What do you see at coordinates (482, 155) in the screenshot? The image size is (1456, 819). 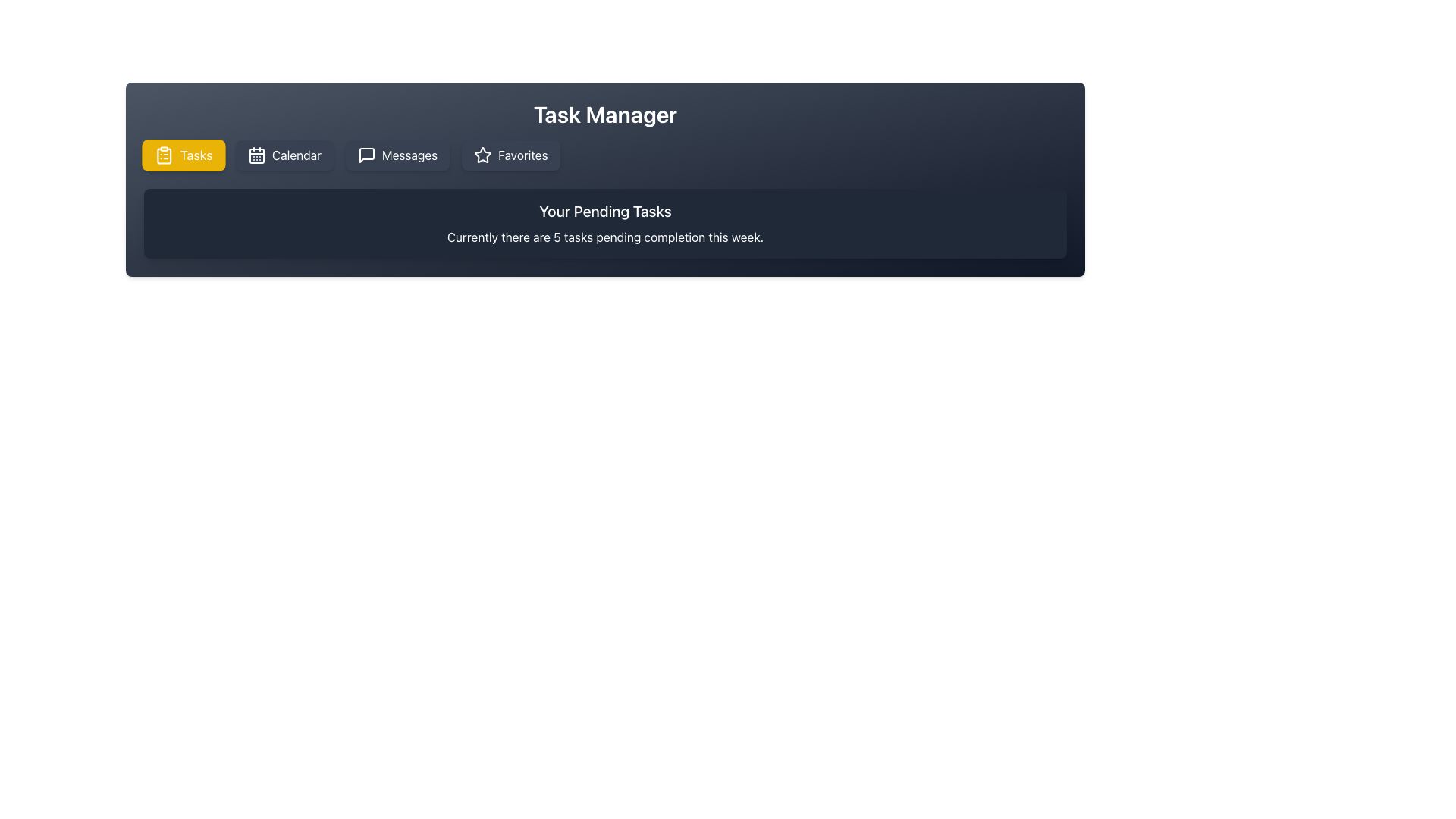 I see `the star icon representing the 'Favorites' action in the menu bar` at bounding box center [482, 155].